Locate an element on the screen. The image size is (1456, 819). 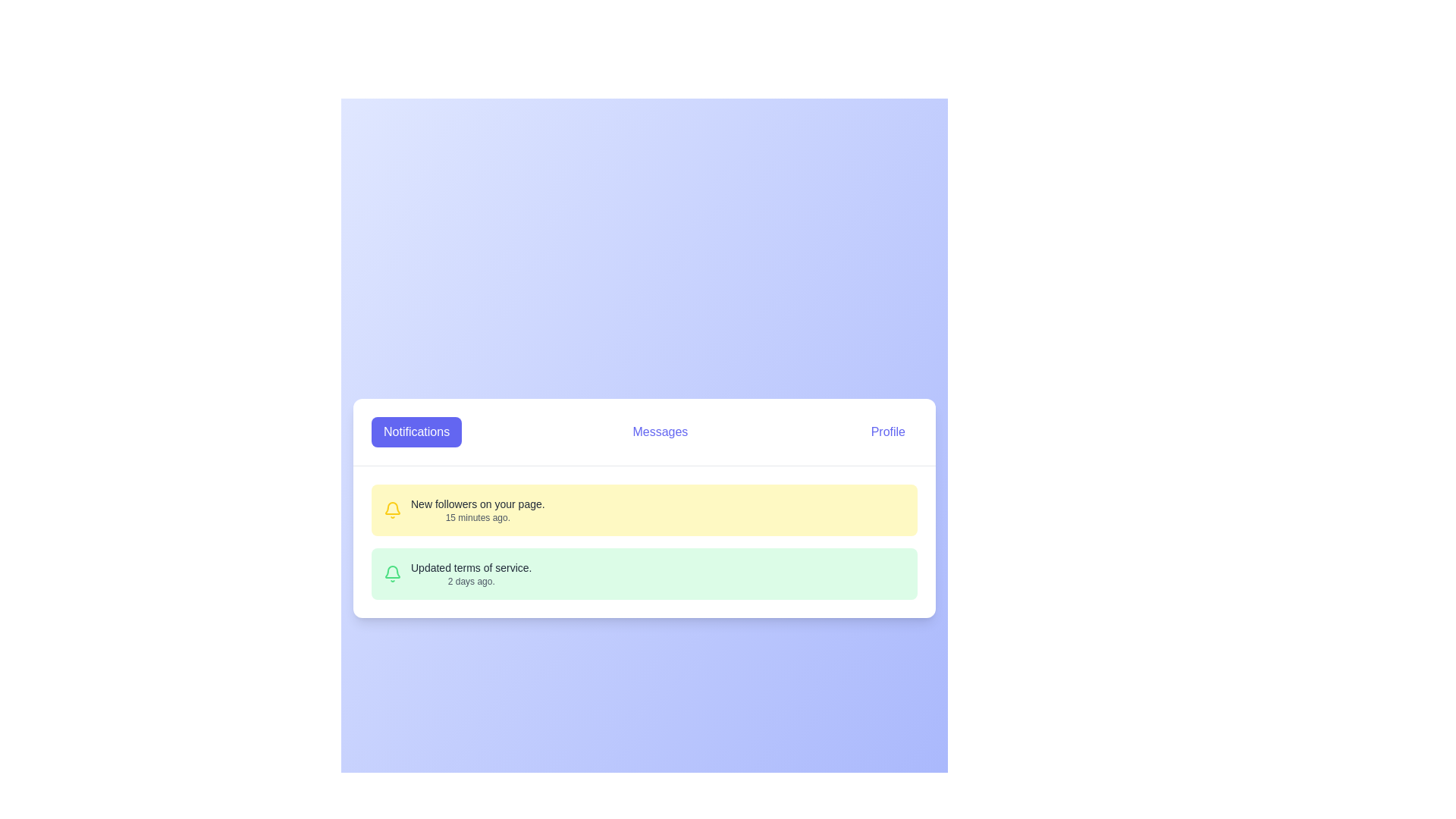
the static text label conveying the notification message about new followers for copying is located at coordinates (477, 504).